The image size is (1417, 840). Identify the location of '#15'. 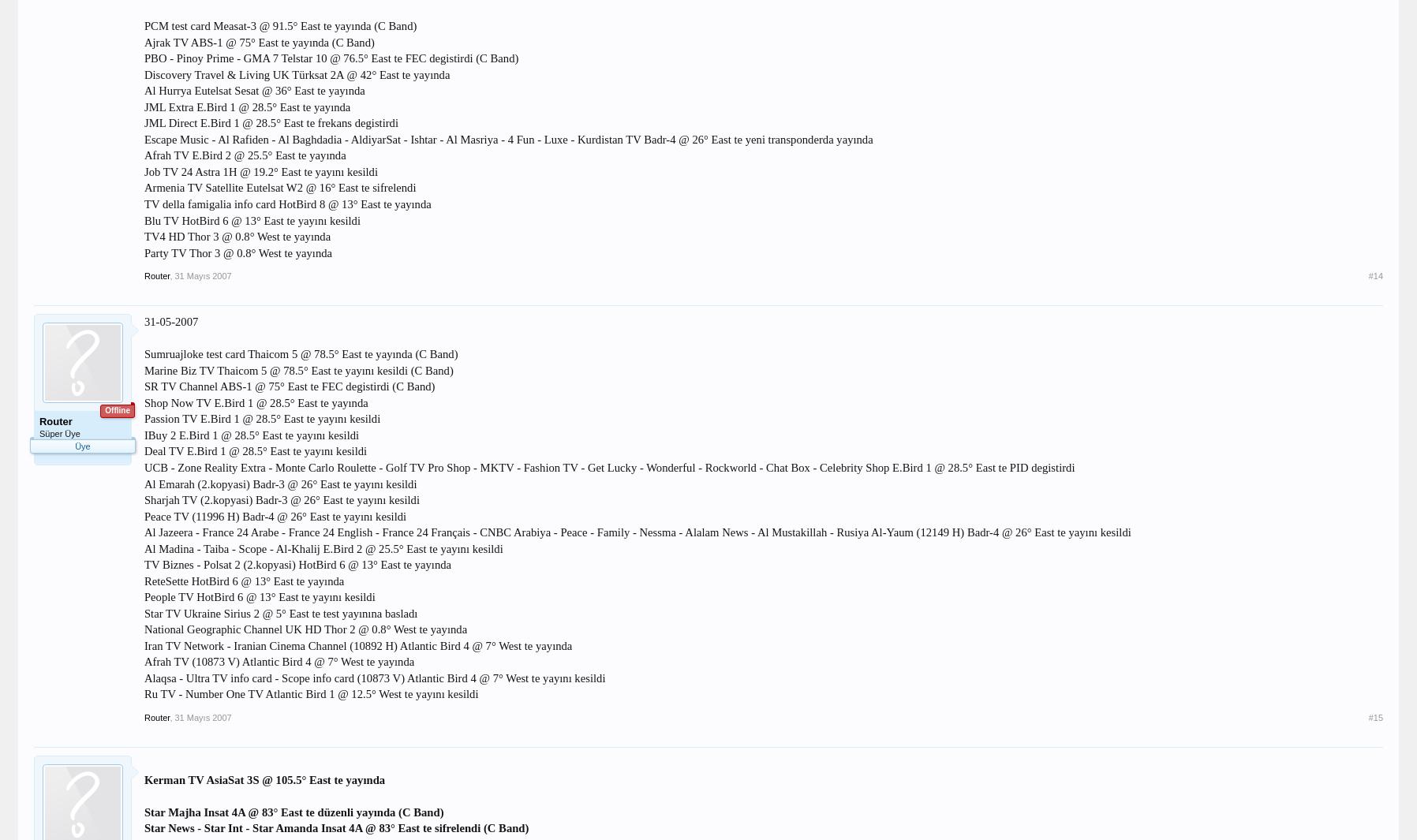
(1375, 716).